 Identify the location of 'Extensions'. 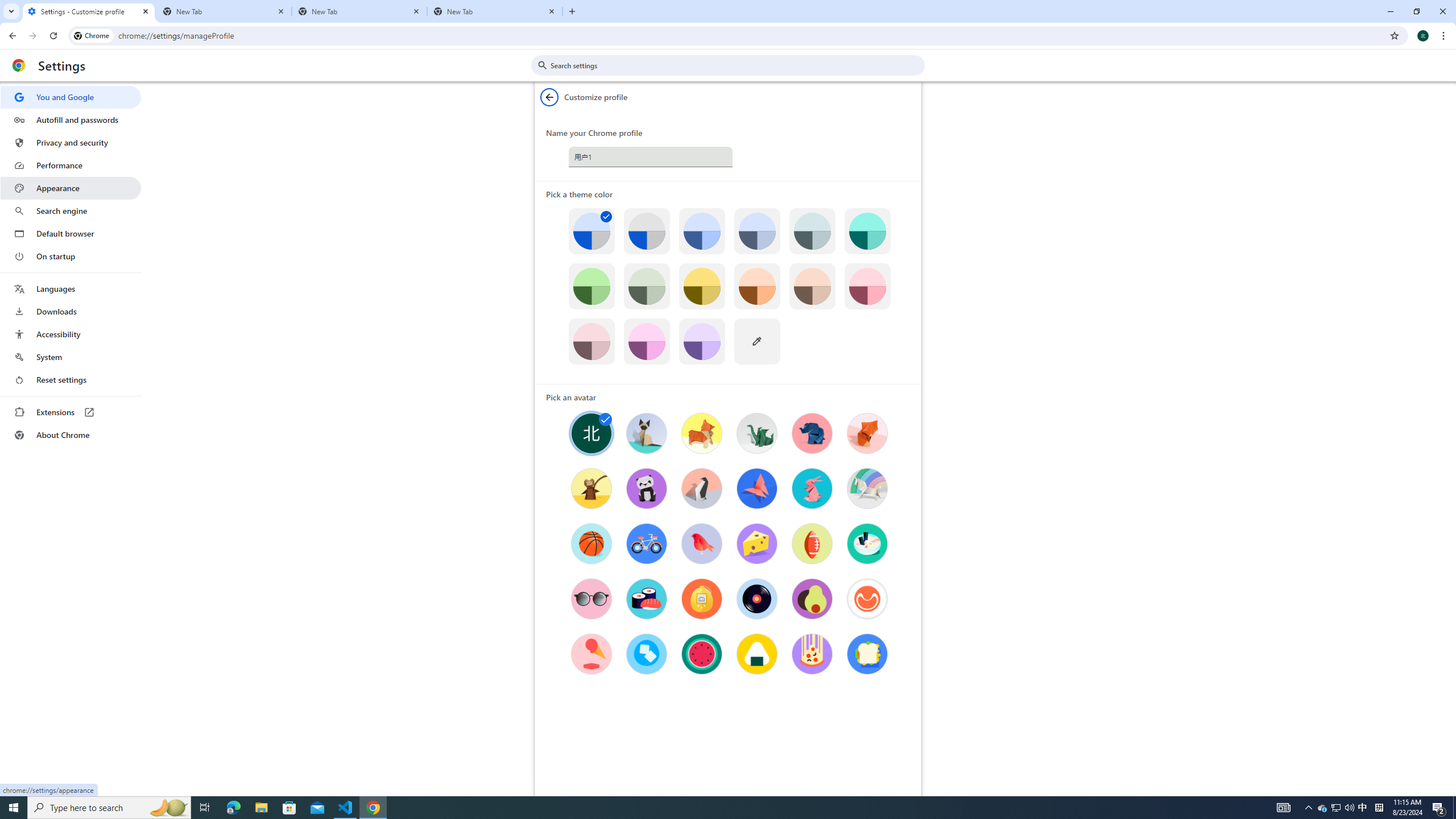
(70, 412).